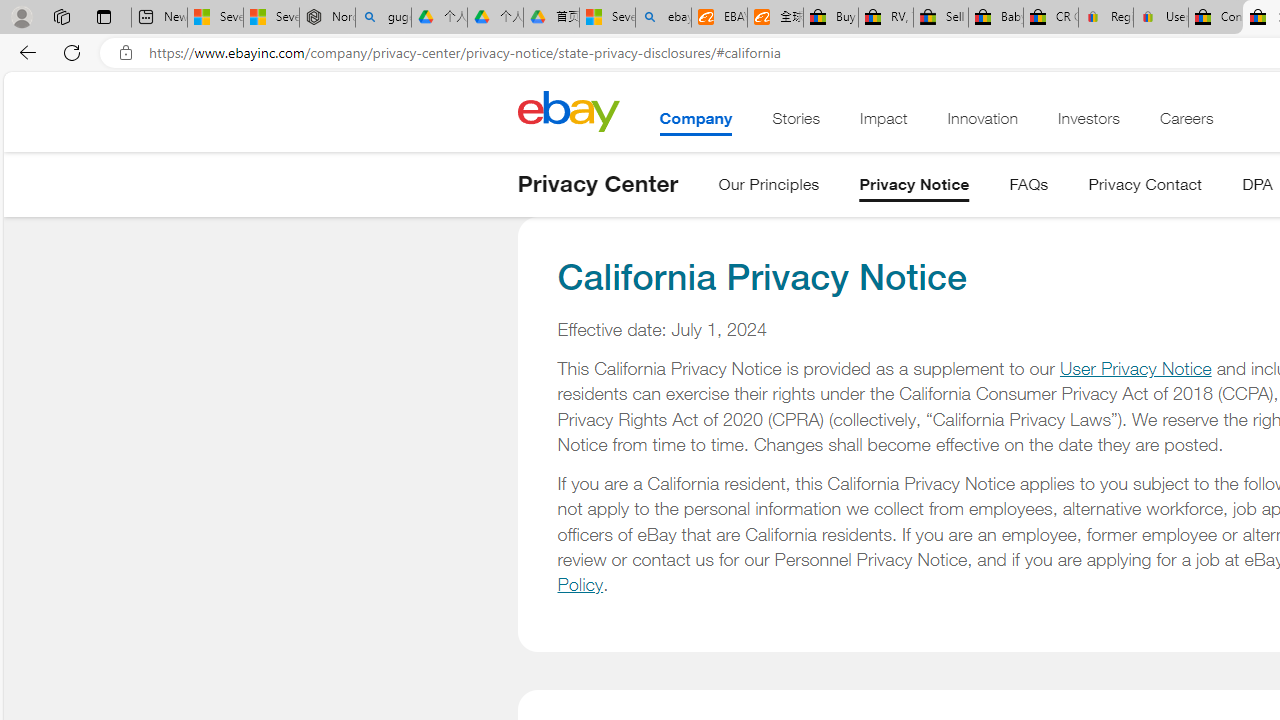 The image size is (1280, 720). What do you see at coordinates (596, 183) in the screenshot?
I see `'Privacy Center'` at bounding box center [596, 183].